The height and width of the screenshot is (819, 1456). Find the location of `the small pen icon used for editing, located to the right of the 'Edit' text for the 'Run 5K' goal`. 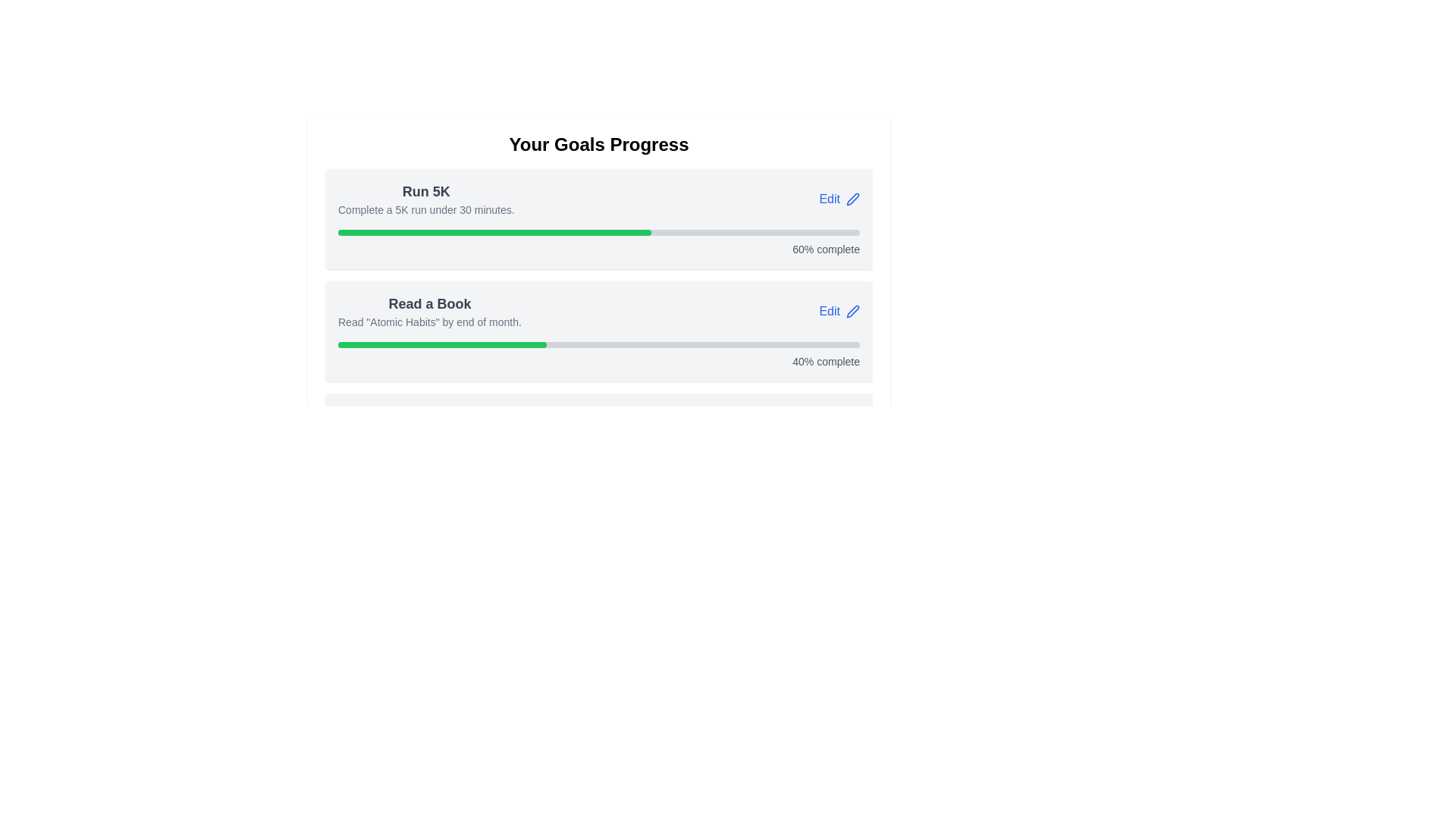

the small pen icon used for editing, located to the right of the 'Edit' text for the 'Run 5K' goal is located at coordinates (852, 198).